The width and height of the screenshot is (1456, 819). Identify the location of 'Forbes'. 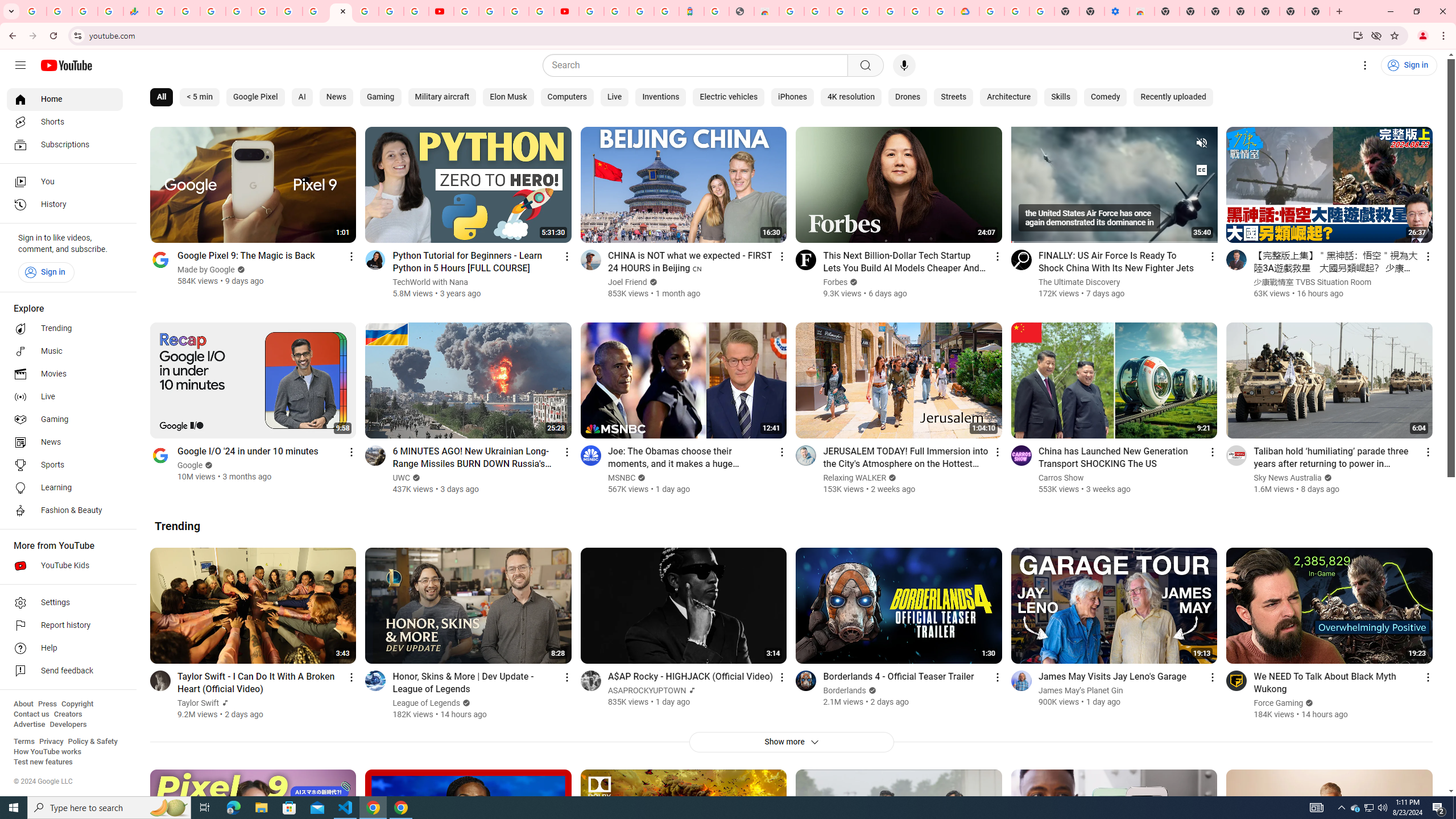
(835, 282).